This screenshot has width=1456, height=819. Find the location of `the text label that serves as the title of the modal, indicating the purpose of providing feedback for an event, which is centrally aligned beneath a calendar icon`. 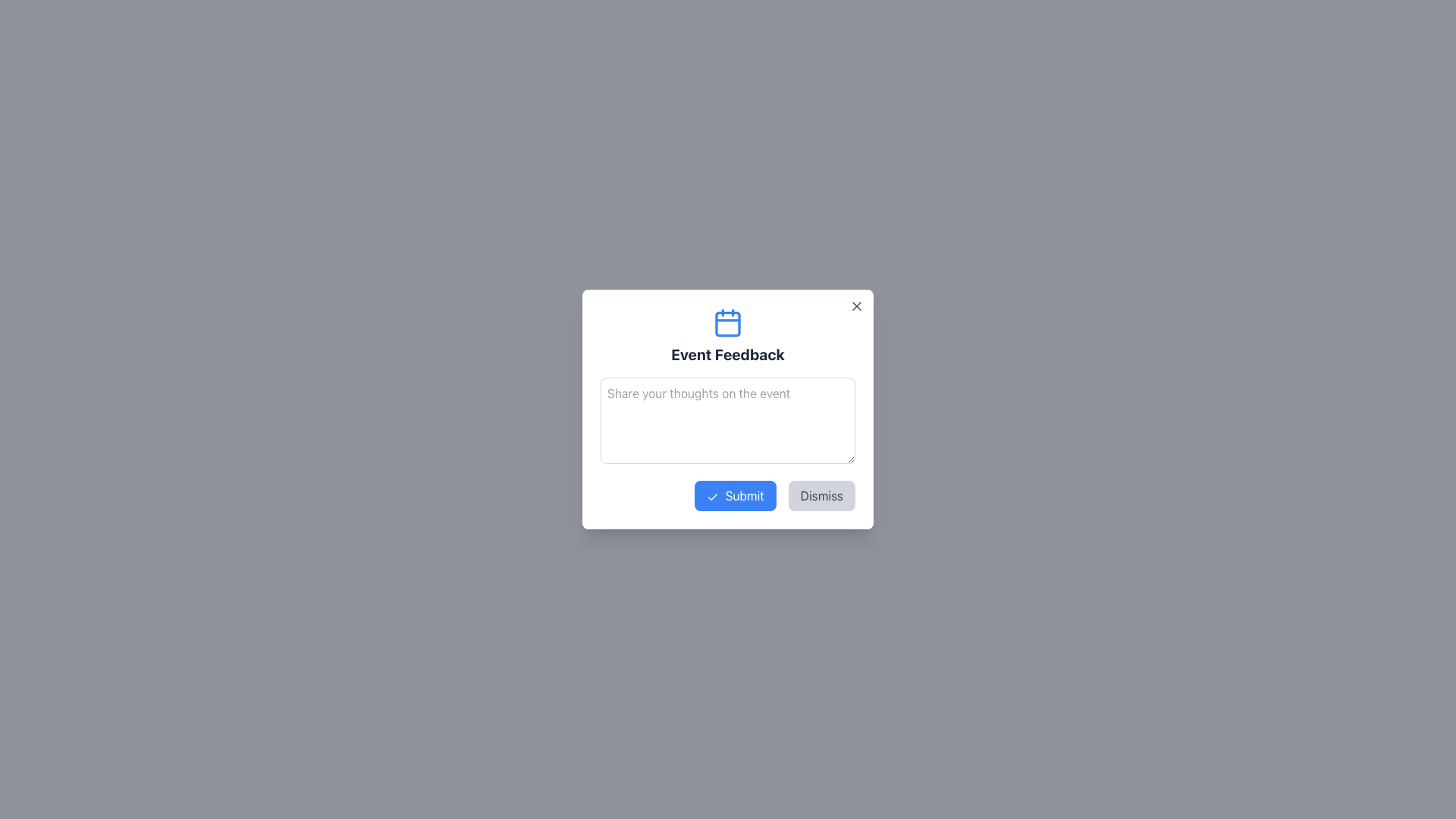

the text label that serves as the title of the modal, indicating the purpose of providing feedback for an event, which is centrally aligned beneath a calendar icon is located at coordinates (728, 354).